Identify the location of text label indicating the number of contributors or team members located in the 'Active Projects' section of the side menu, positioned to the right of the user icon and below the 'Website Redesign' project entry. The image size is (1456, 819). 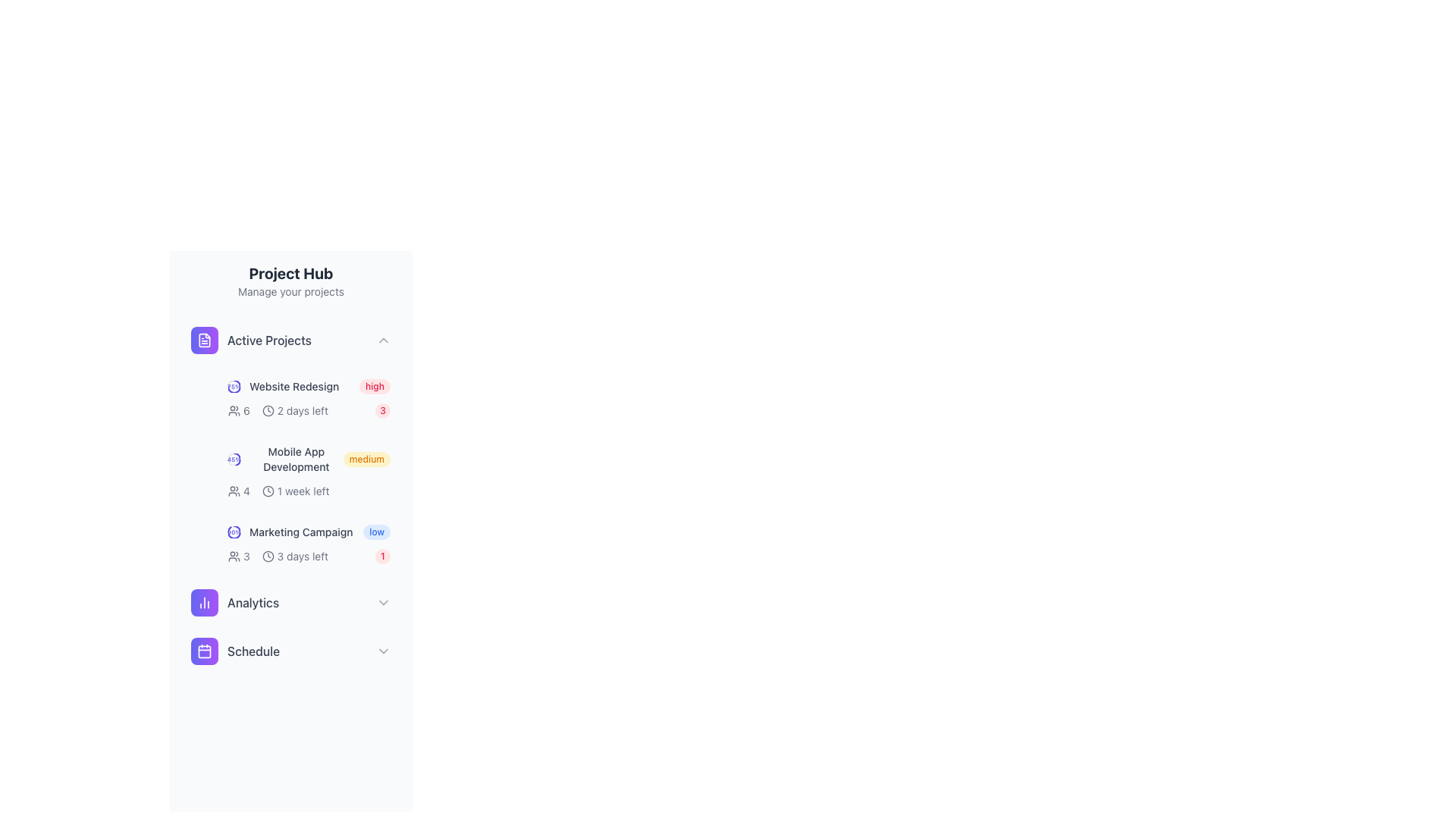
(246, 411).